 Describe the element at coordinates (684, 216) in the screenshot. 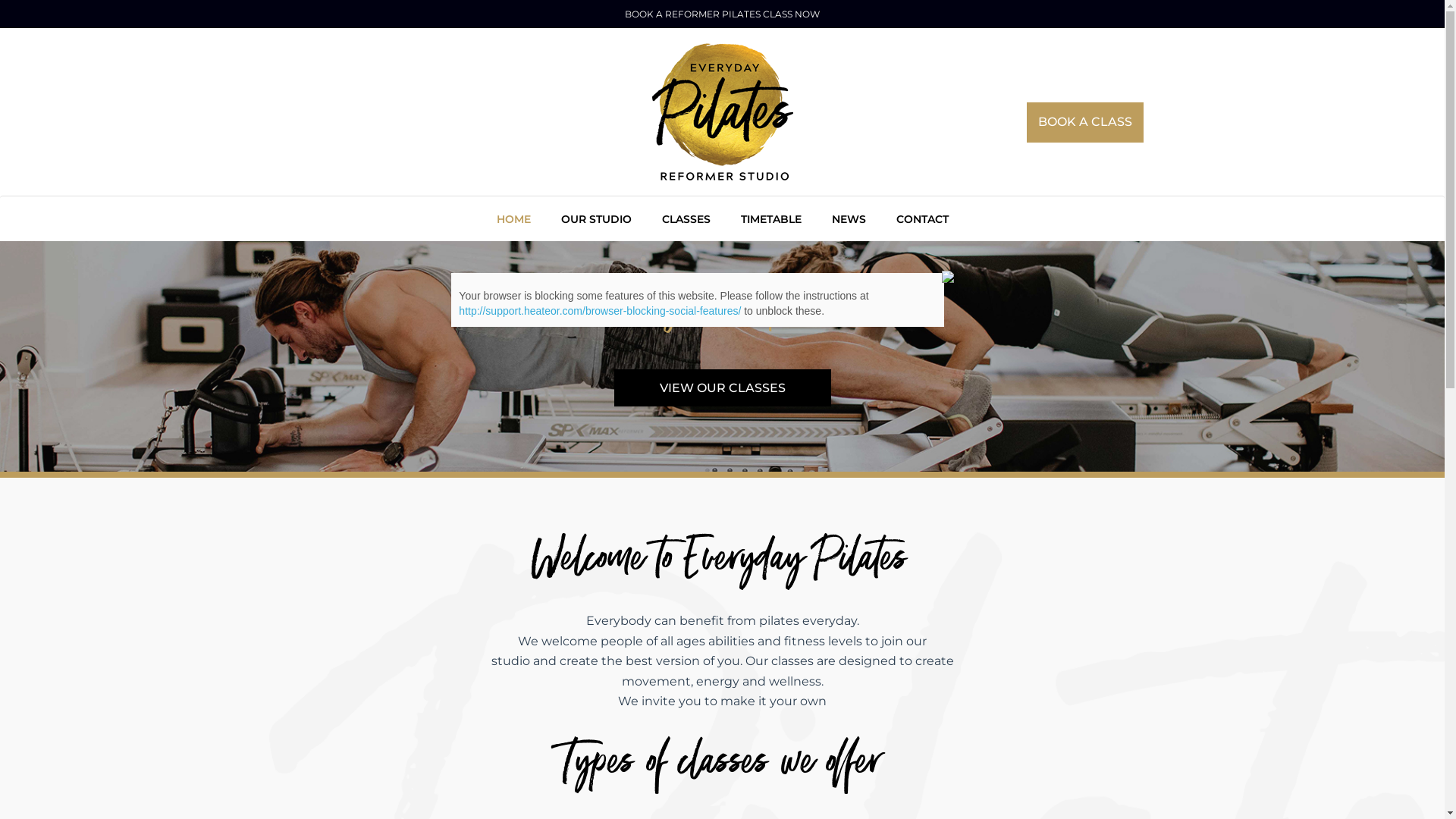

I see `'CLASSES'` at that location.